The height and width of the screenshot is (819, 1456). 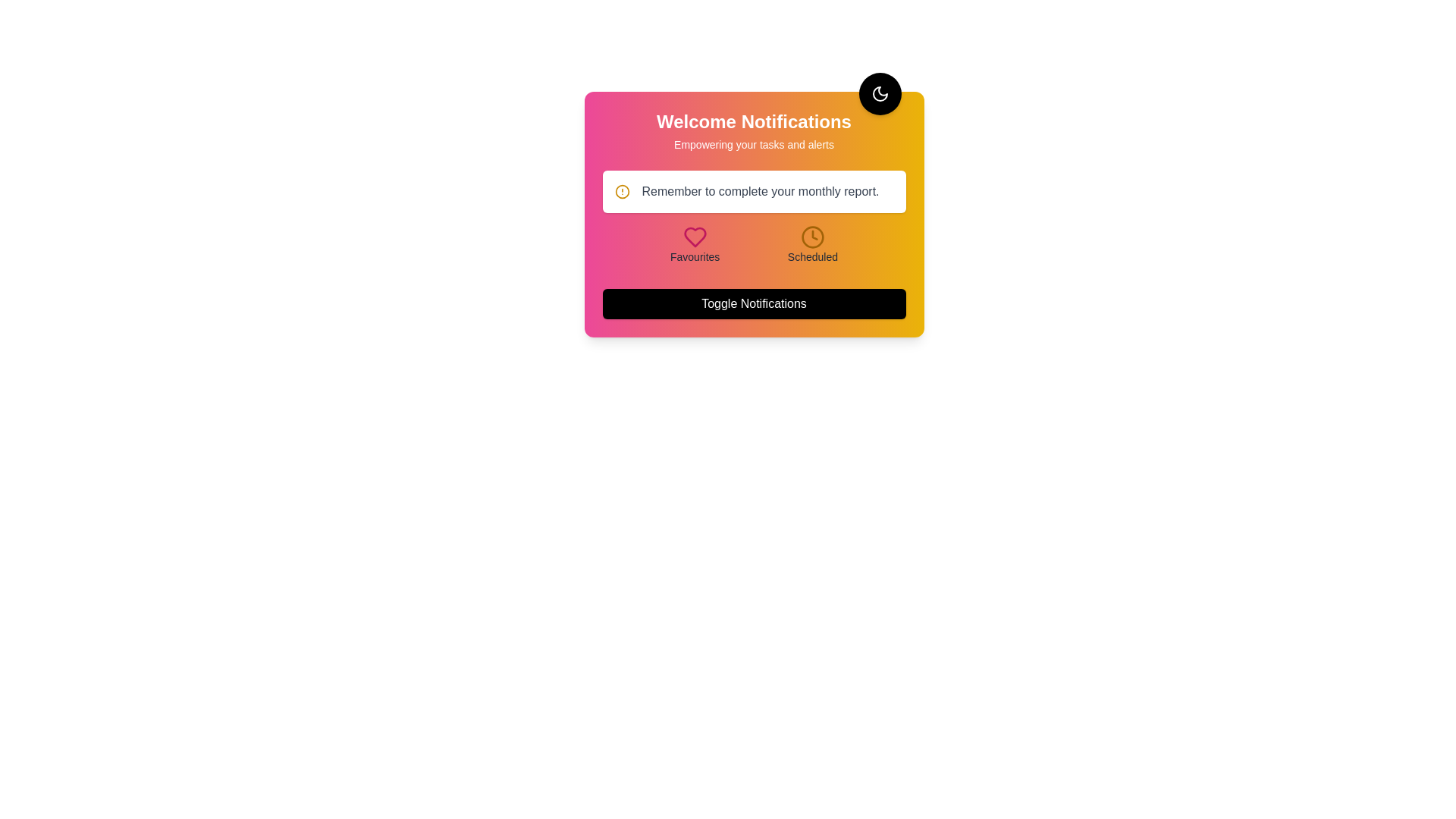 I want to click on the text label 'Favourites', which is styled with a smaller font size and dark gray color, located below the heart icon in the 'Welcome Notifications' box, so click(x=694, y=256).